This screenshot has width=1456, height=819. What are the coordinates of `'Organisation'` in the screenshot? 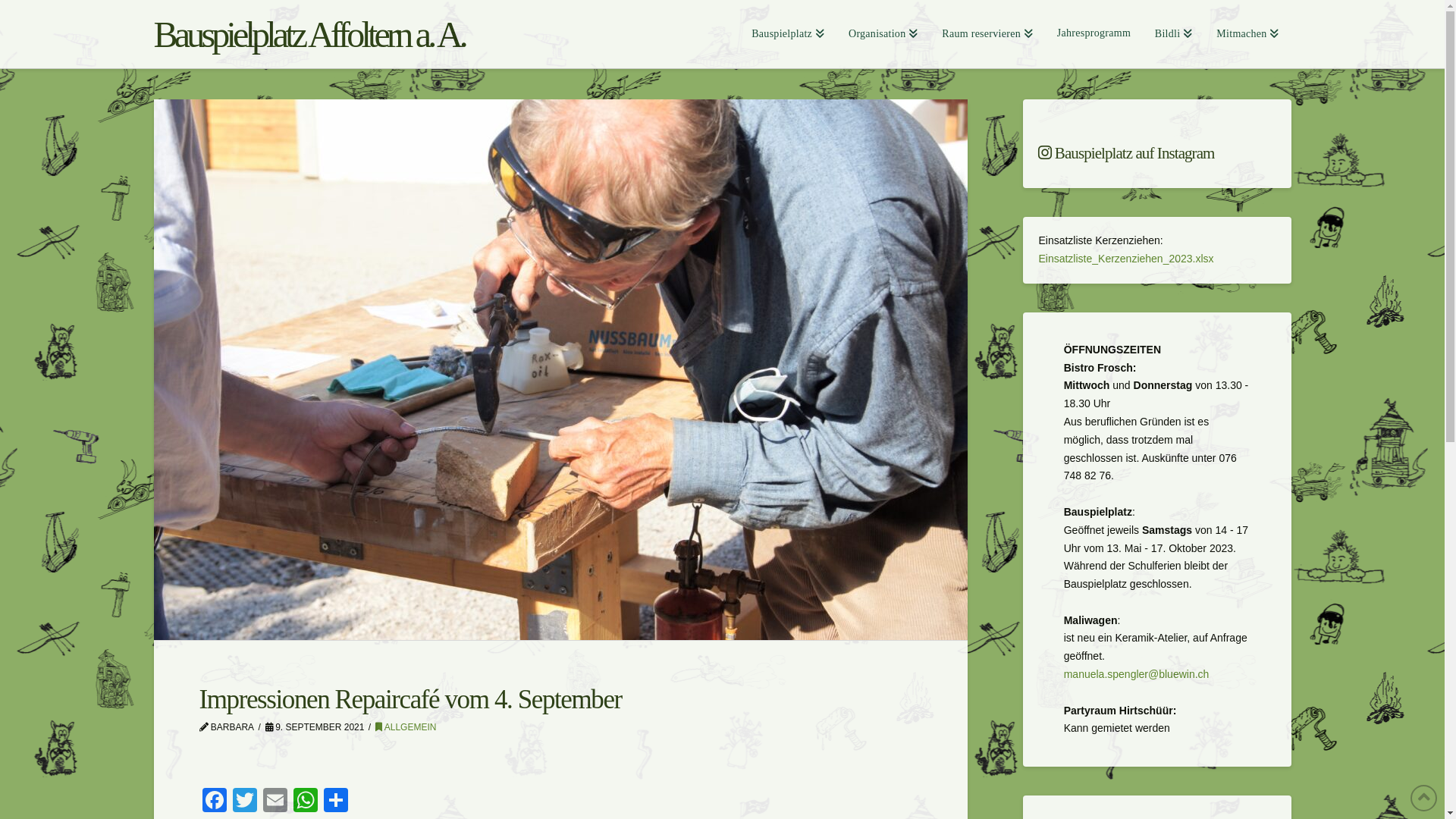 It's located at (883, 34).